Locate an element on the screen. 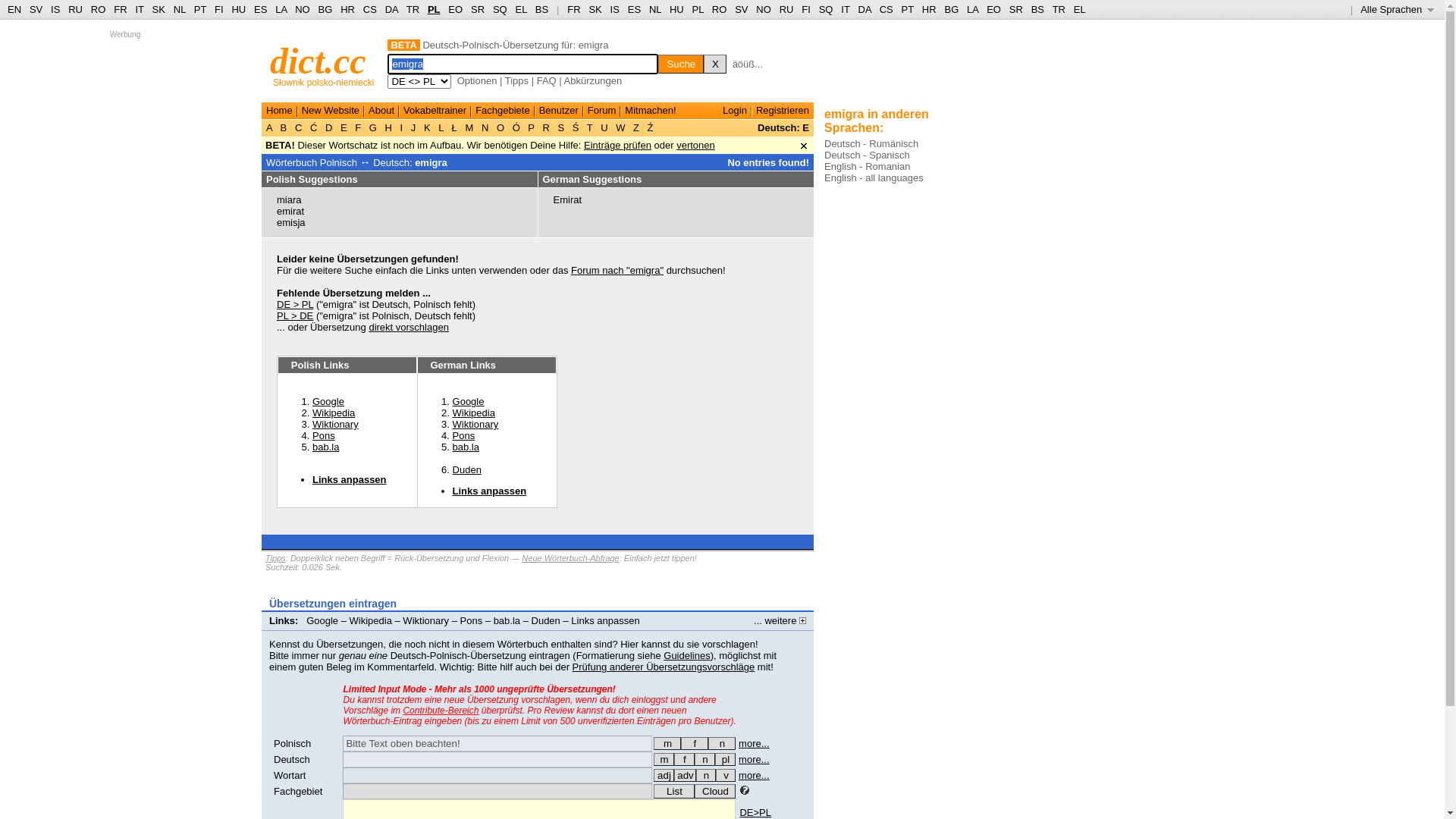 The height and width of the screenshot is (819, 1456). 'PL' is located at coordinates (697, 9).